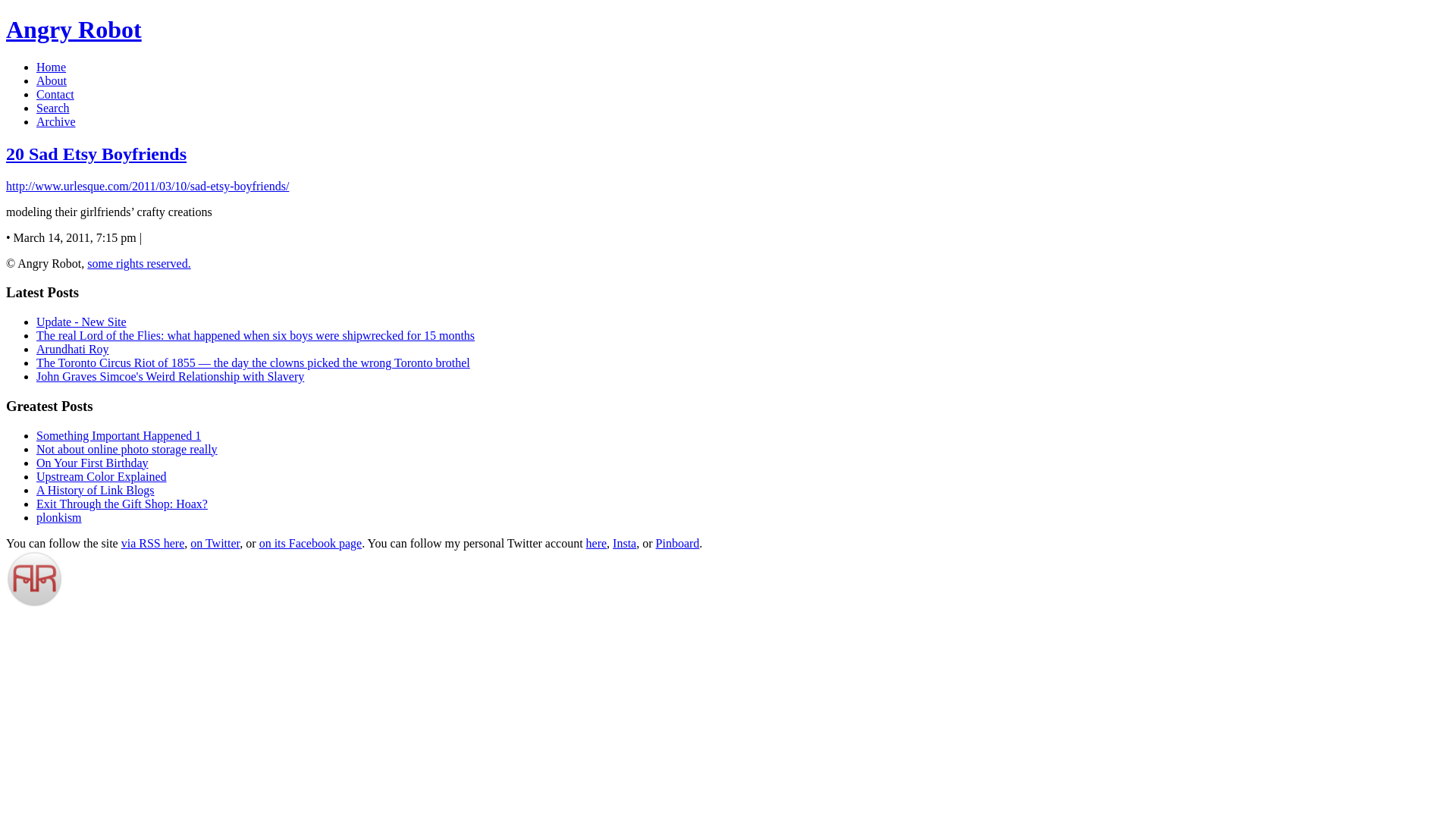 This screenshot has height=819, width=1456. What do you see at coordinates (676, 542) in the screenshot?
I see `'Pinboard'` at bounding box center [676, 542].